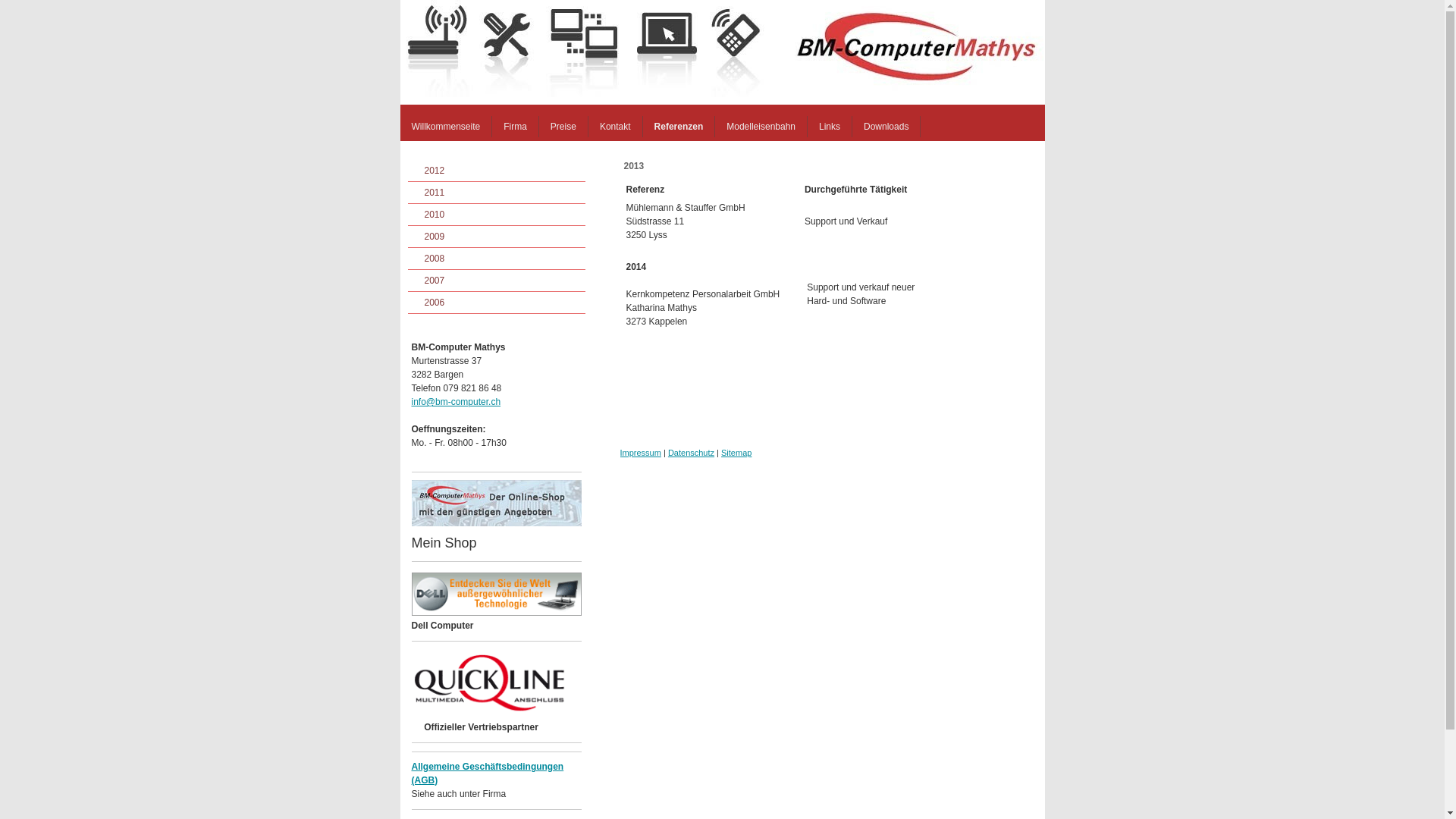  I want to click on 'Willkommenseite', so click(400, 125).